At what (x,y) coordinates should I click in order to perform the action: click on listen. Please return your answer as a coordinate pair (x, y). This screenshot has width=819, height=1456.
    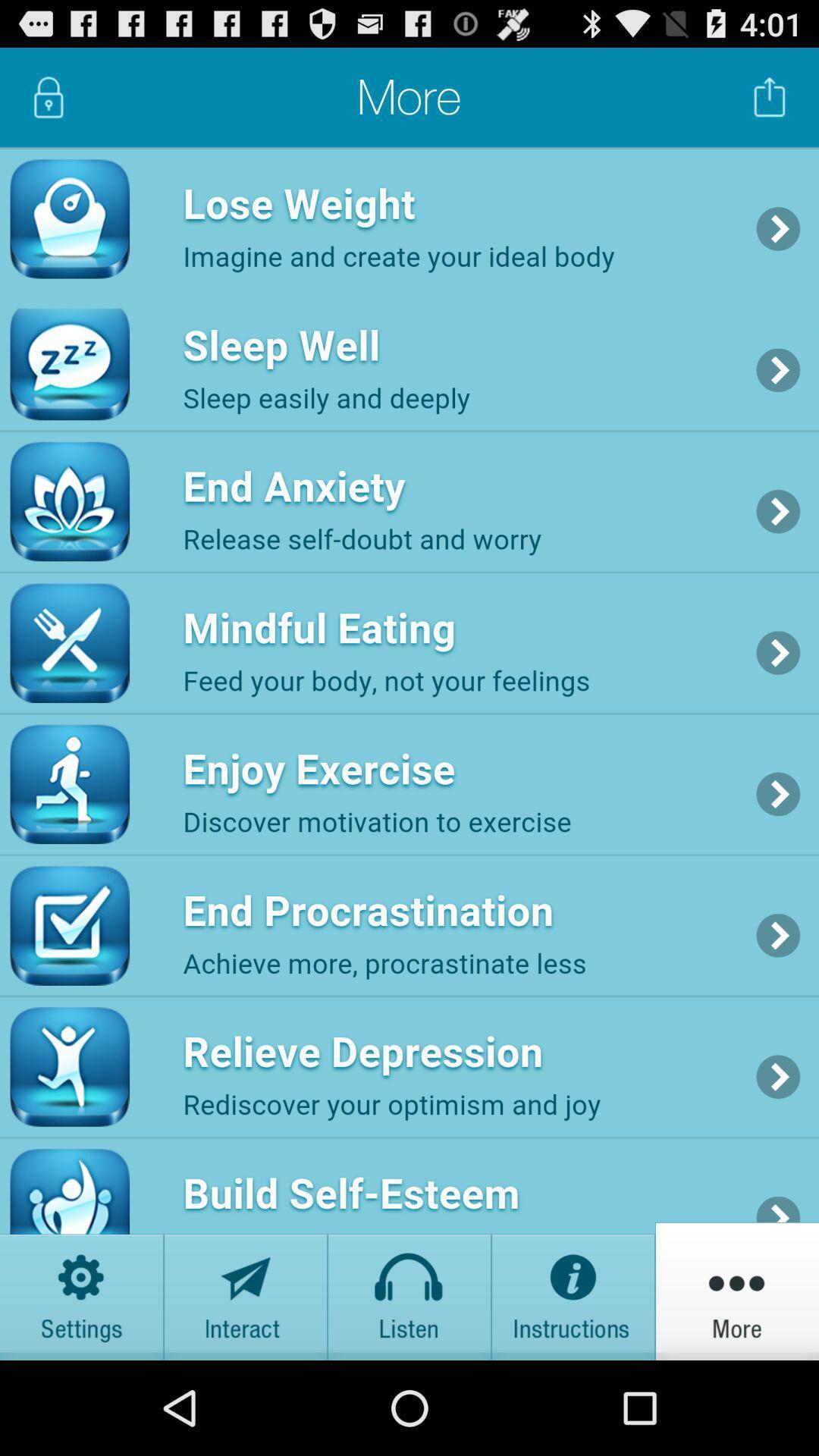
    Looking at the image, I should click on (409, 1290).